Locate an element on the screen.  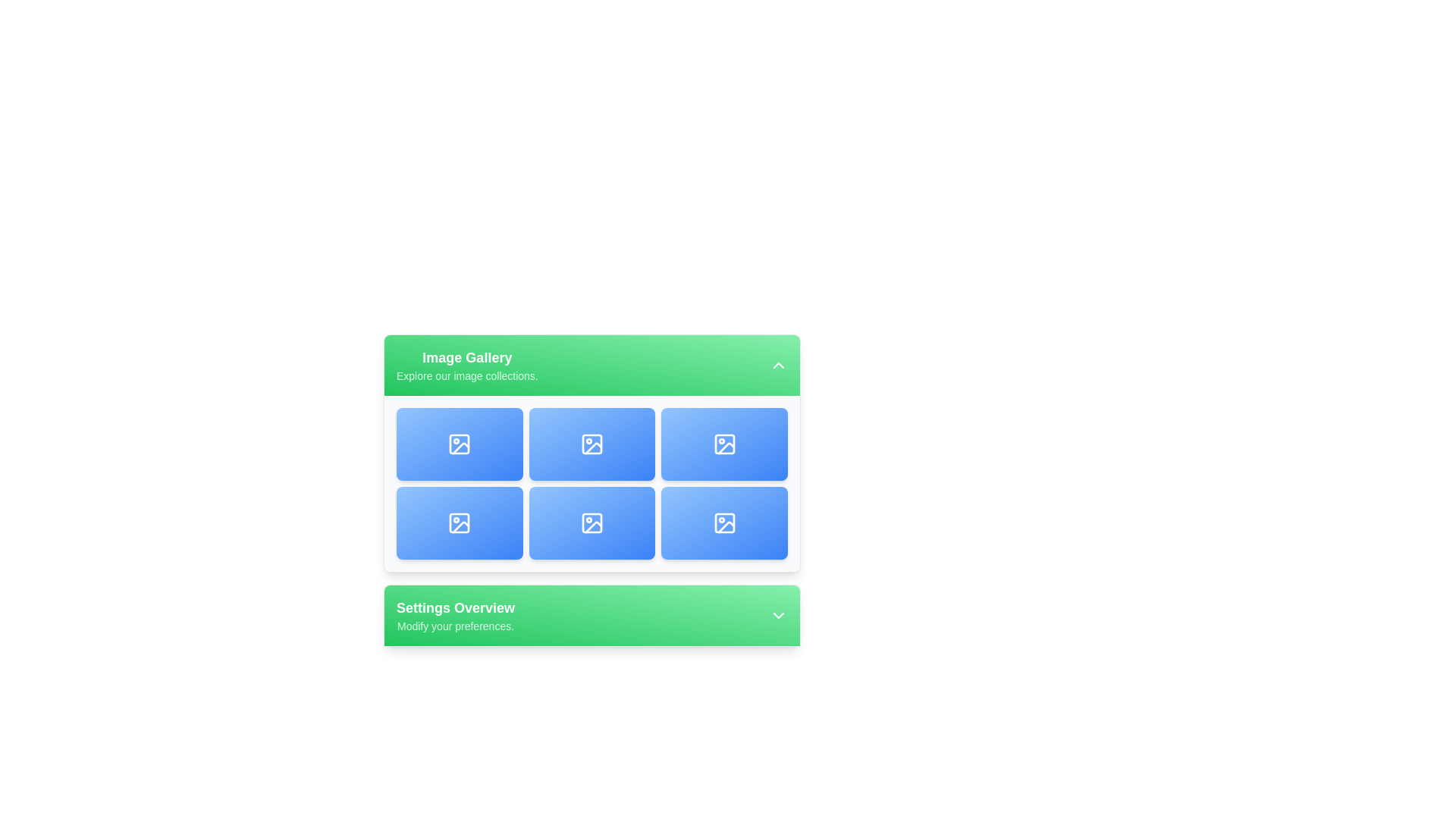
the SVG graphic component located in the bottom-left tile of the image gallery grid is located at coordinates (459, 522).